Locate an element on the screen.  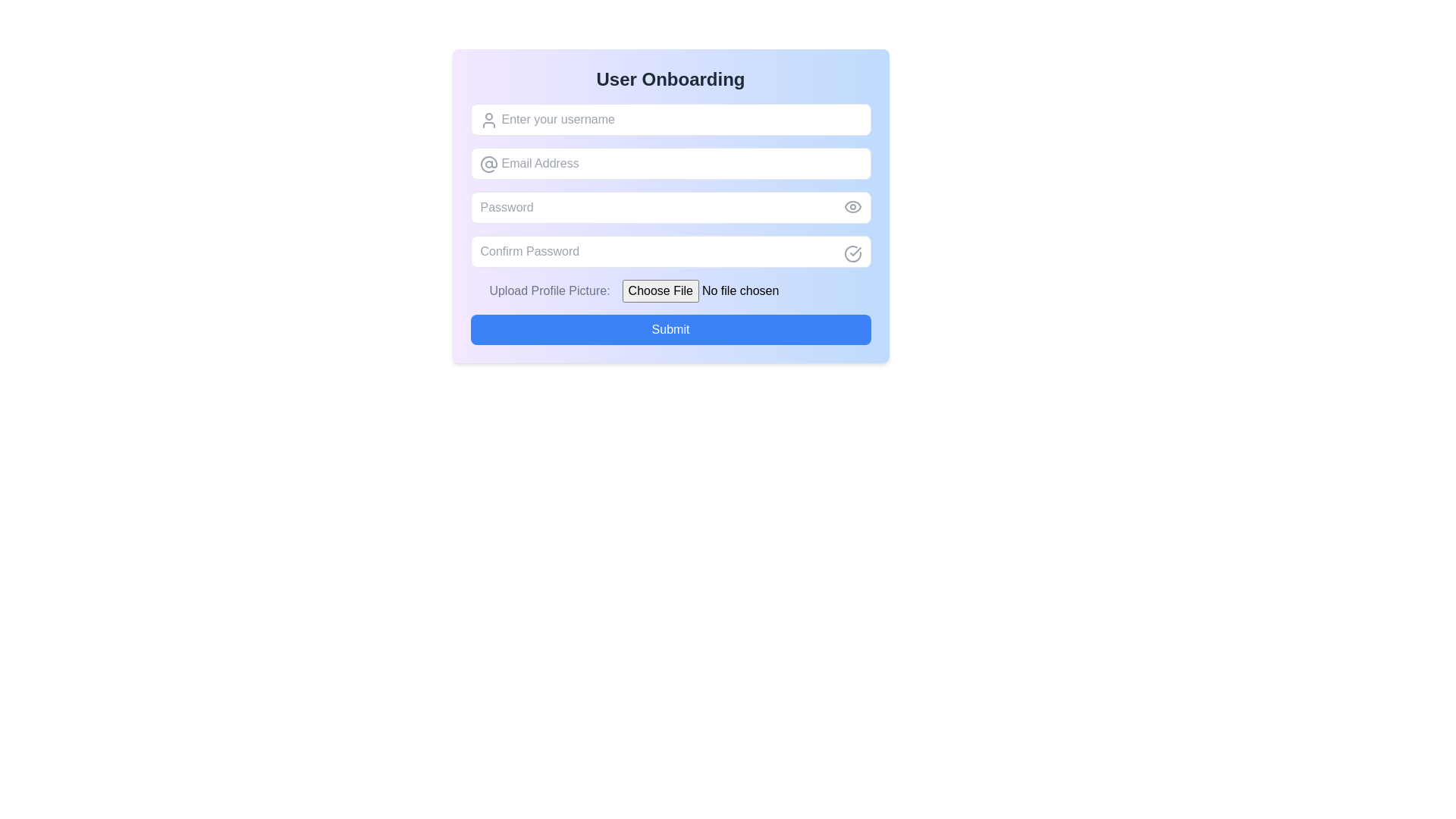
the eye icon button used for toggling password visibility located at the far right side of the 'Password' input field in the user onboarding form to potentially display a tooltip is located at coordinates (852, 207).